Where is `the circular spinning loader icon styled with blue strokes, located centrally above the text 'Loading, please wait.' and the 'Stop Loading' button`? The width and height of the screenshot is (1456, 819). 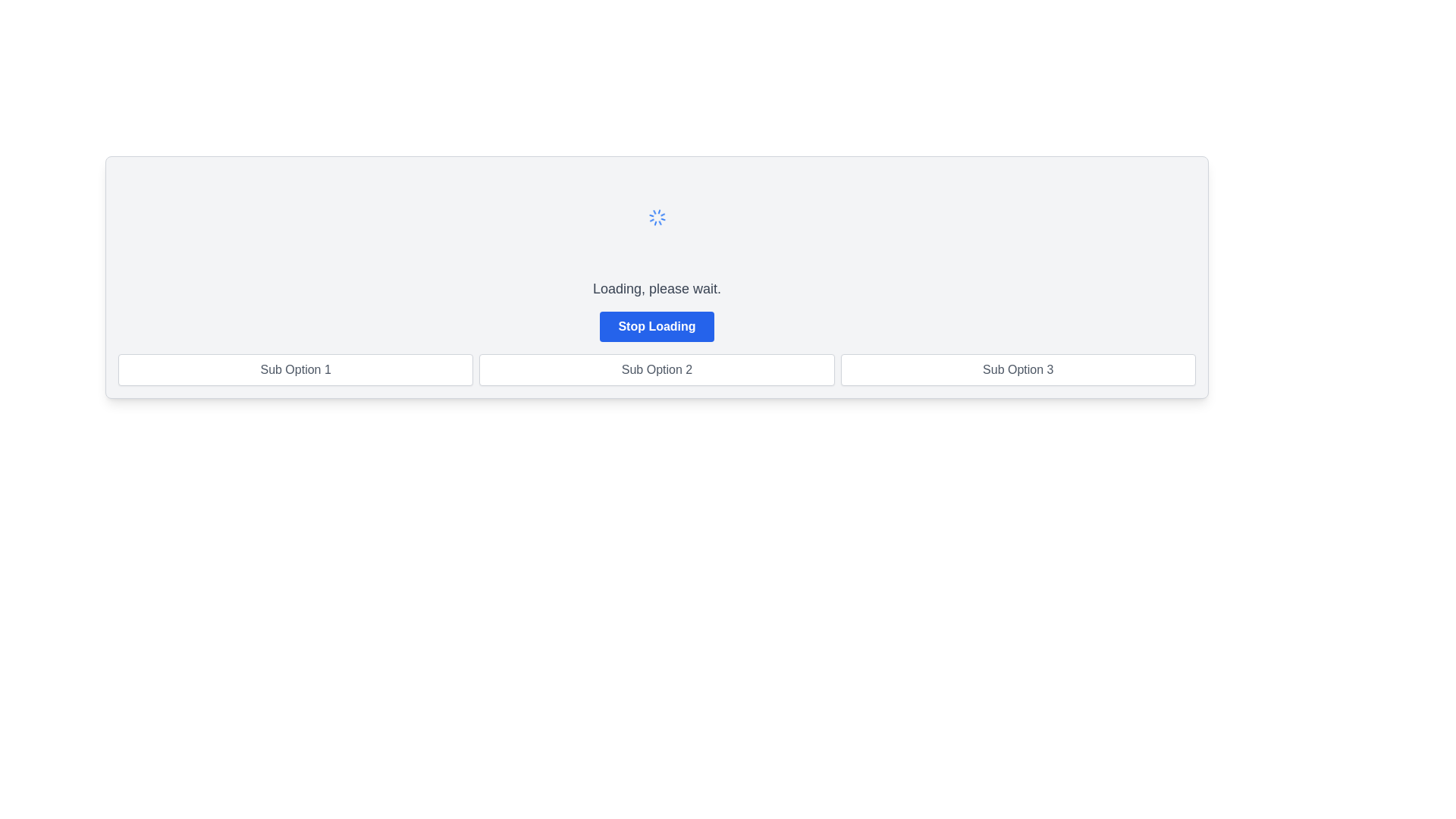 the circular spinning loader icon styled with blue strokes, located centrally above the text 'Loading, please wait.' and the 'Stop Loading' button is located at coordinates (657, 217).